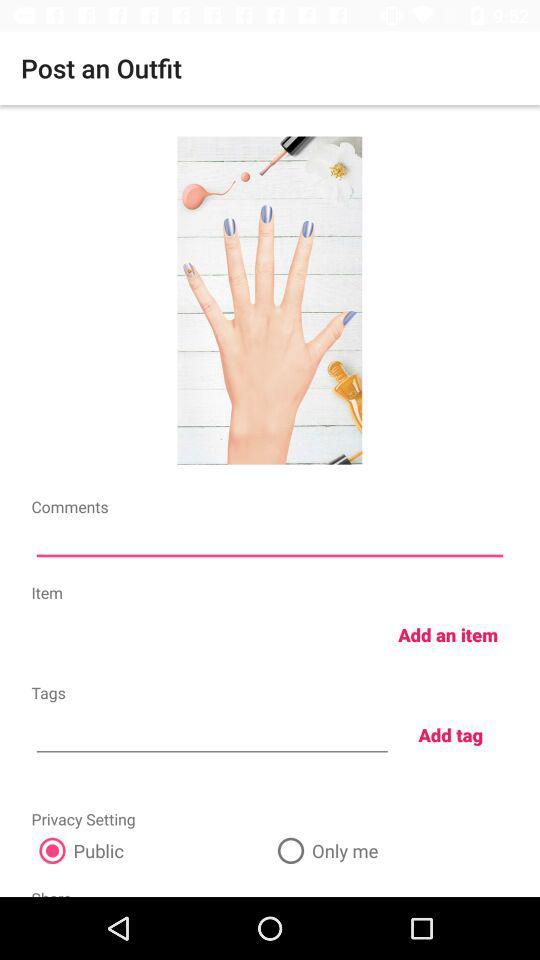 The width and height of the screenshot is (540, 960). What do you see at coordinates (149, 849) in the screenshot?
I see `the item below privacy setting item` at bounding box center [149, 849].